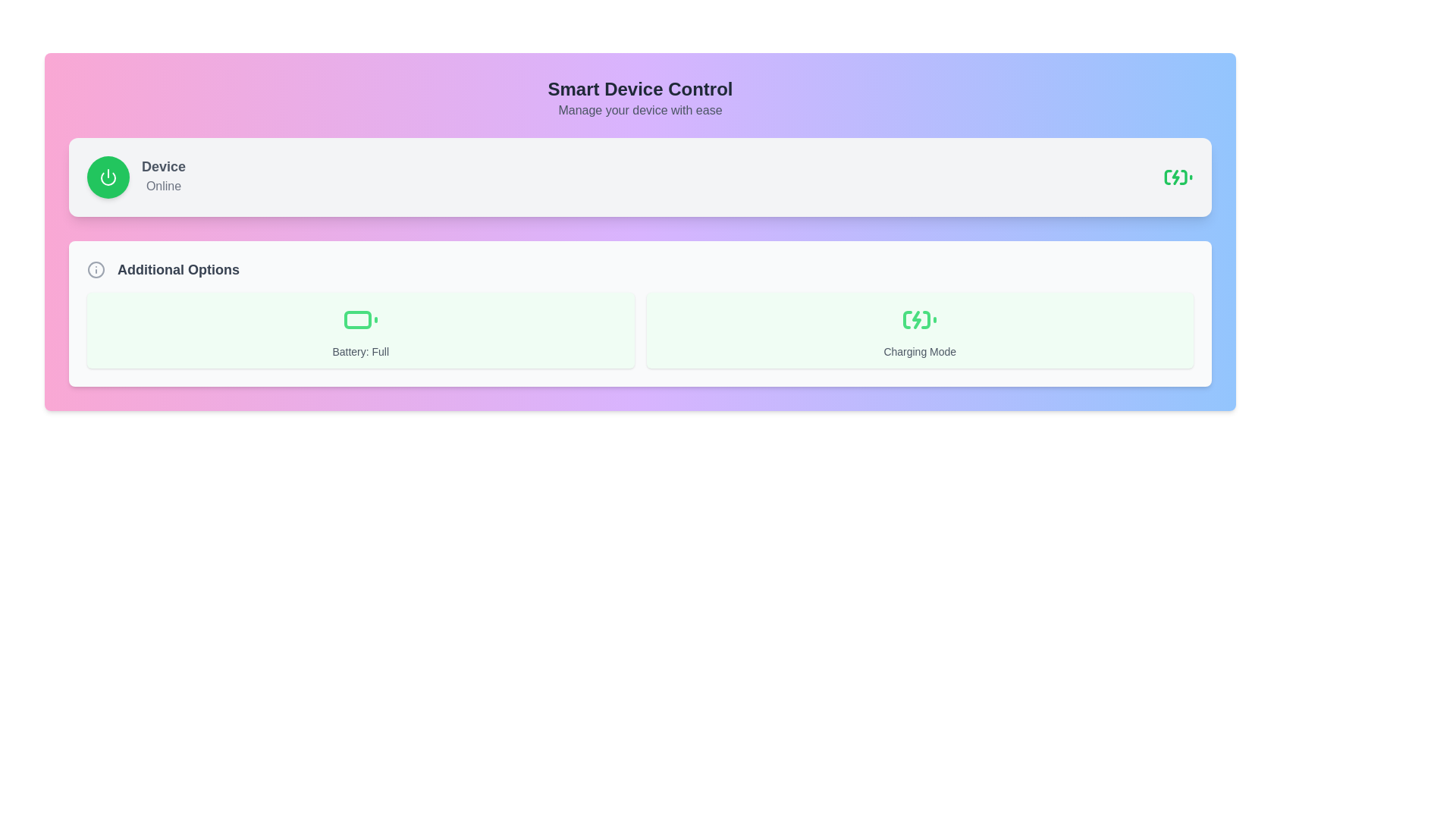 The image size is (1456, 819). I want to click on the non-interactive status label indicating that the device is online, located to the right of the green circular power button, so click(164, 177).